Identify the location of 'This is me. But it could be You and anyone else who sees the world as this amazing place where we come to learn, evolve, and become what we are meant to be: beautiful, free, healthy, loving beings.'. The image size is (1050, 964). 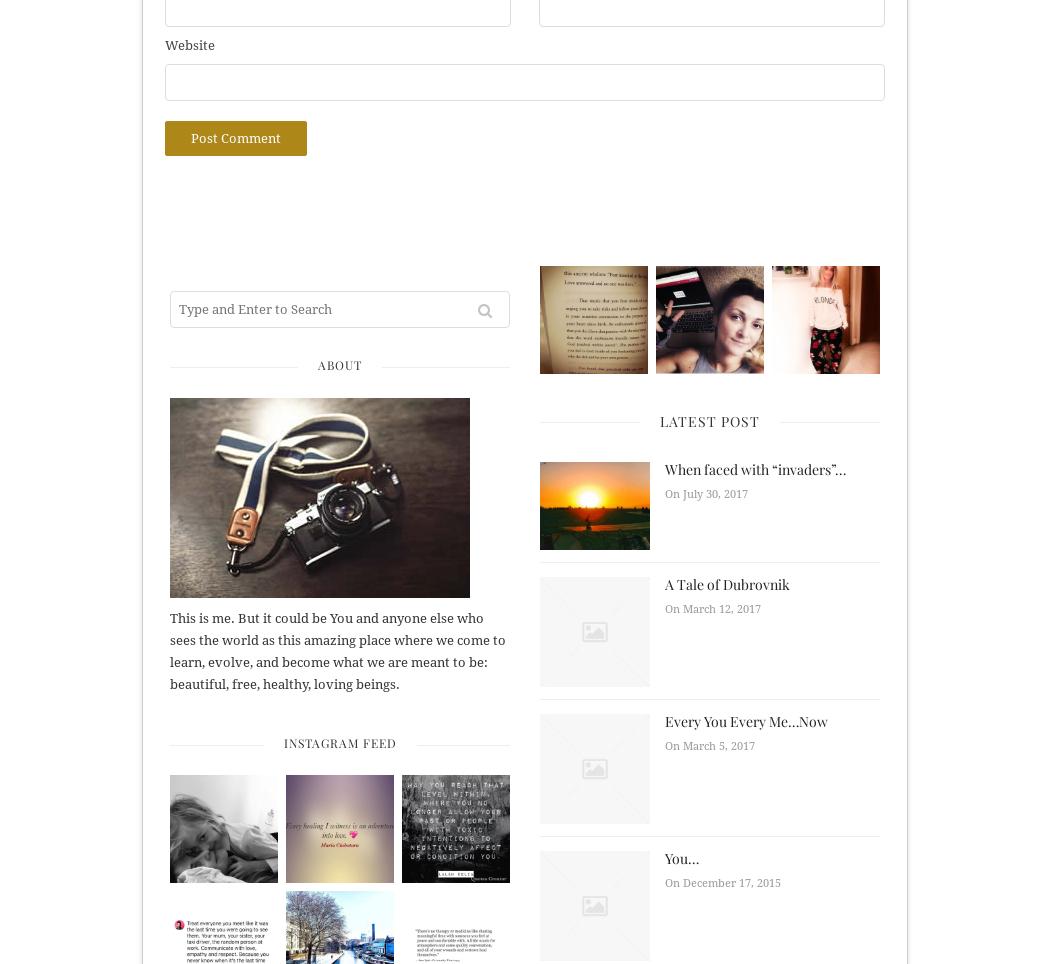
(169, 649).